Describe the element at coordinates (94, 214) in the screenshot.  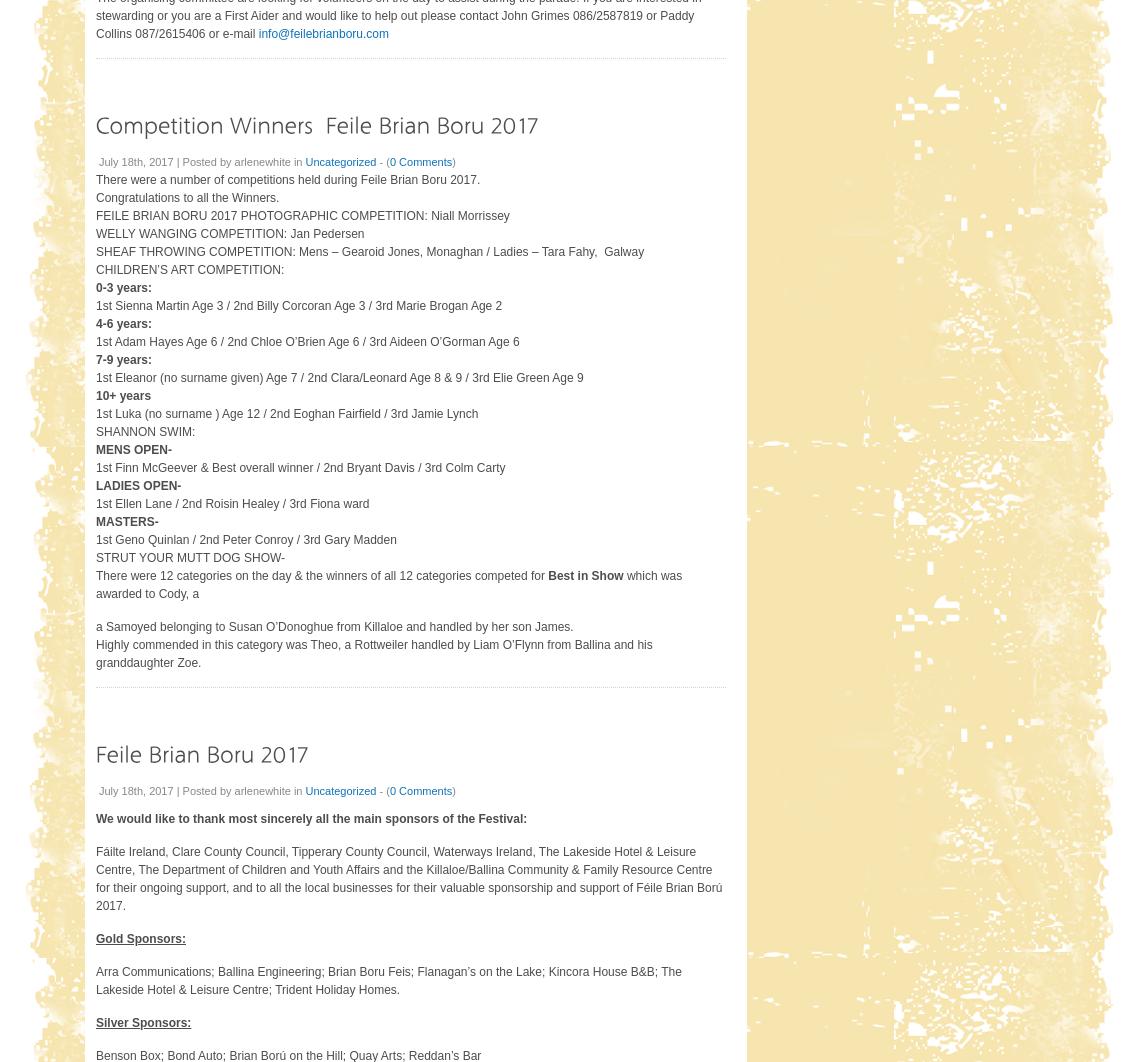
I see `'FEILE BRIAN BORU 2017 PHOTOGRAPHIC COMPETITION: Niall Morrissey'` at that location.